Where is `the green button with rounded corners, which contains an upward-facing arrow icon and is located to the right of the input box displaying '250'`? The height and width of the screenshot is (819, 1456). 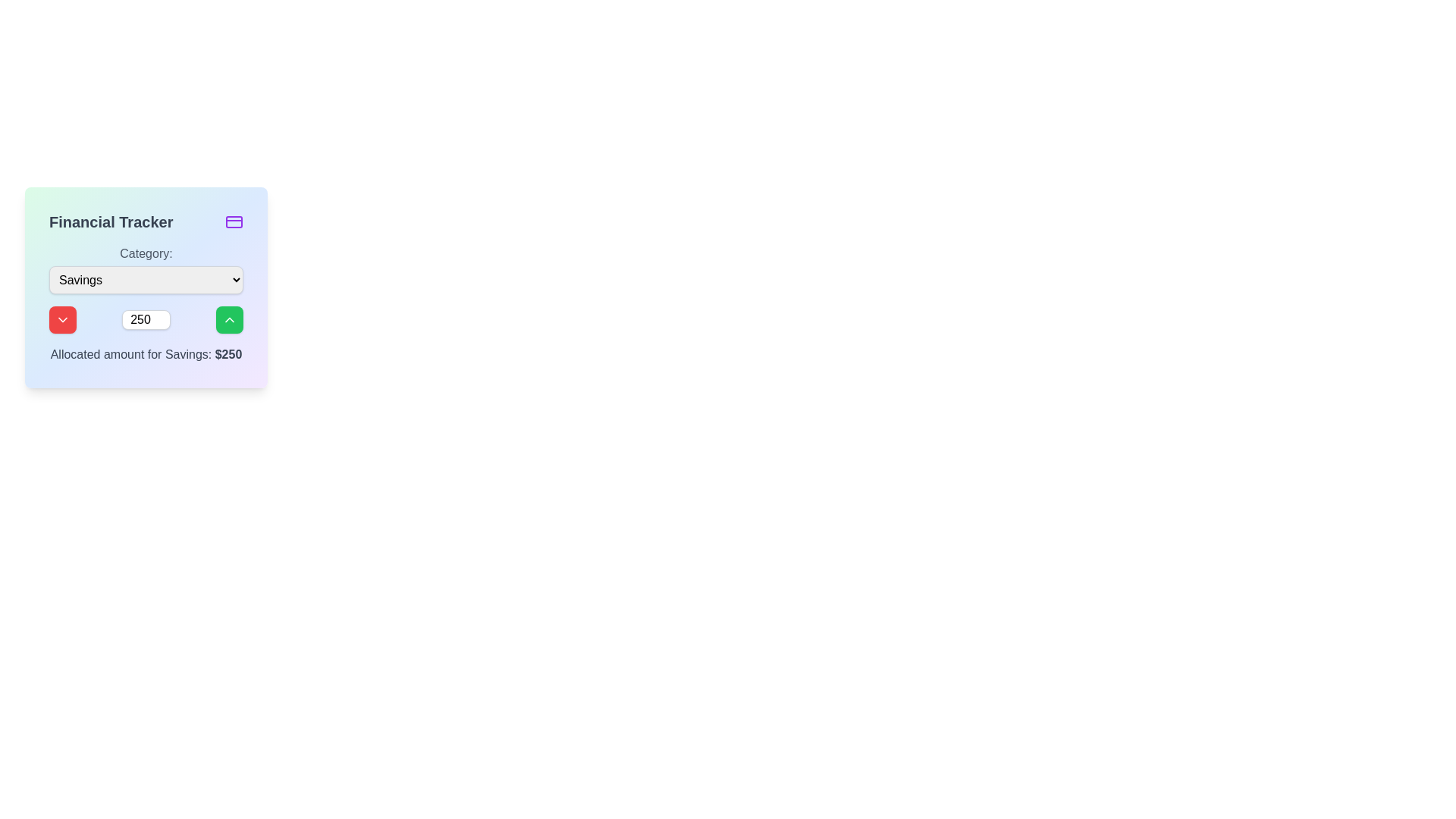
the green button with rounded corners, which contains an upward-facing arrow icon and is located to the right of the input box displaying '250' is located at coordinates (228, 318).